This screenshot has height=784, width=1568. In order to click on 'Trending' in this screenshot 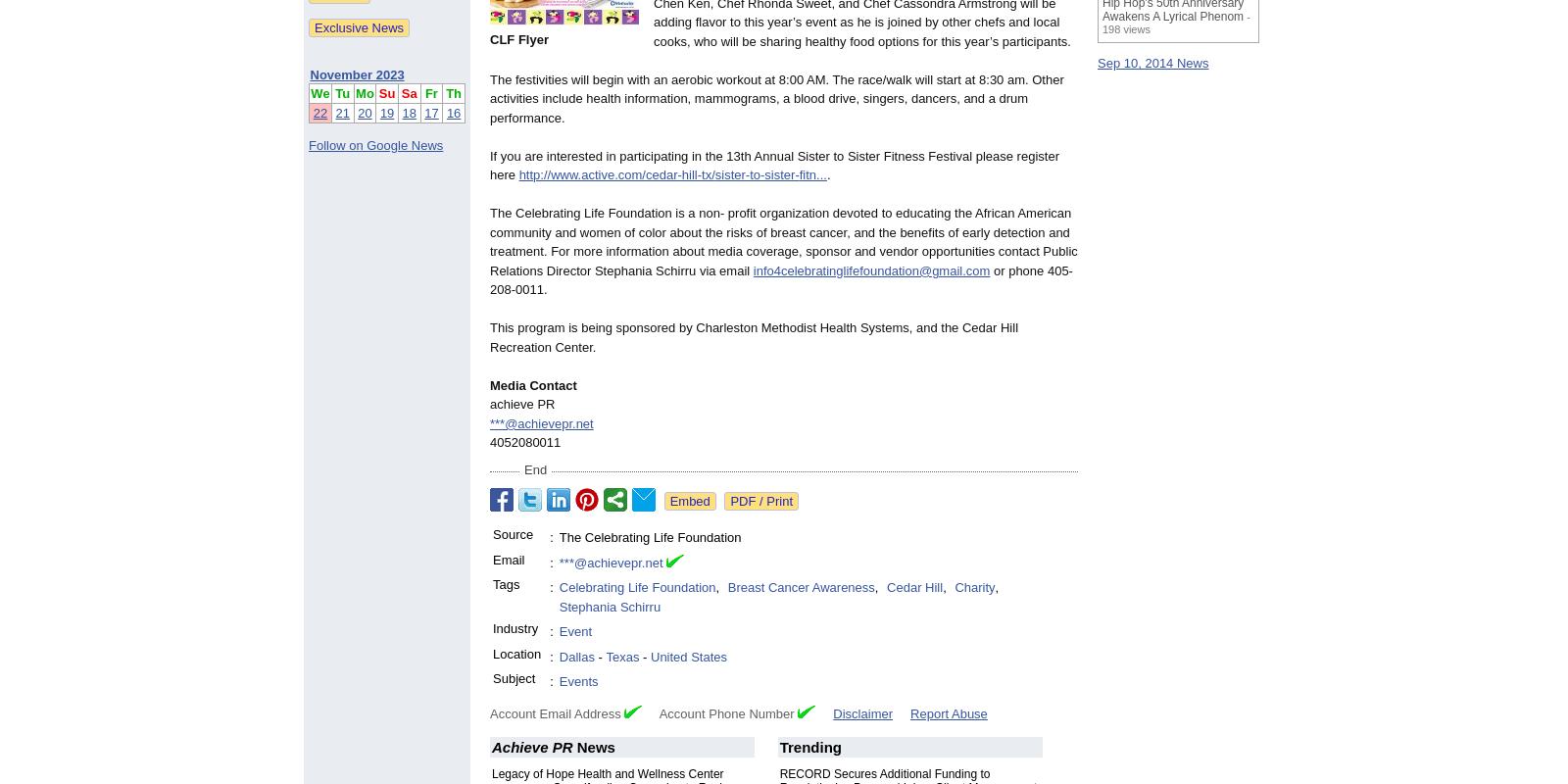, I will do `click(808, 746)`.